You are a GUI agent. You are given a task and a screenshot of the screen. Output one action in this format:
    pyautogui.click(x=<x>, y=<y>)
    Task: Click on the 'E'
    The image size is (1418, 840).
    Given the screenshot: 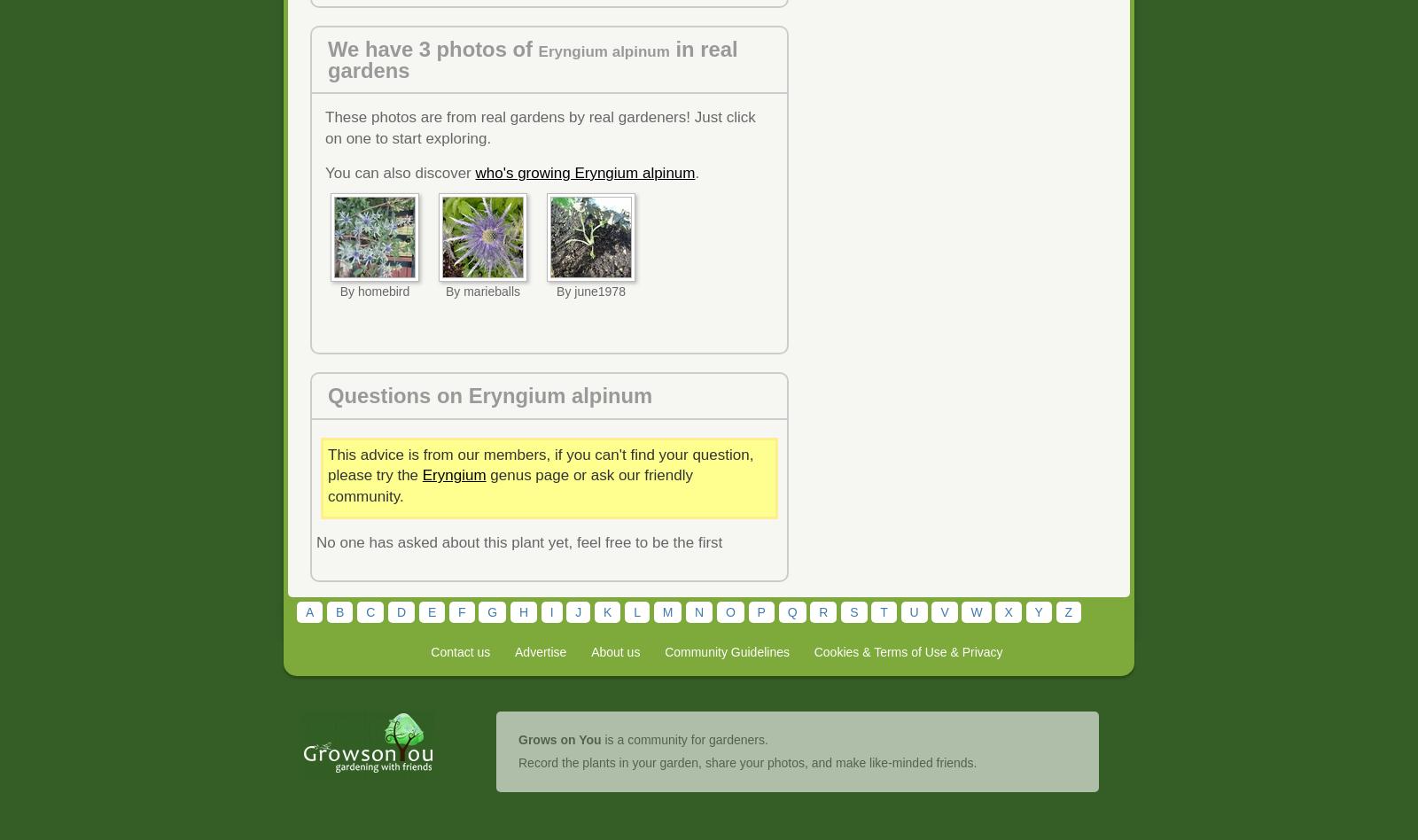 What is the action you would take?
    pyautogui.click(x=426, y=610)
    